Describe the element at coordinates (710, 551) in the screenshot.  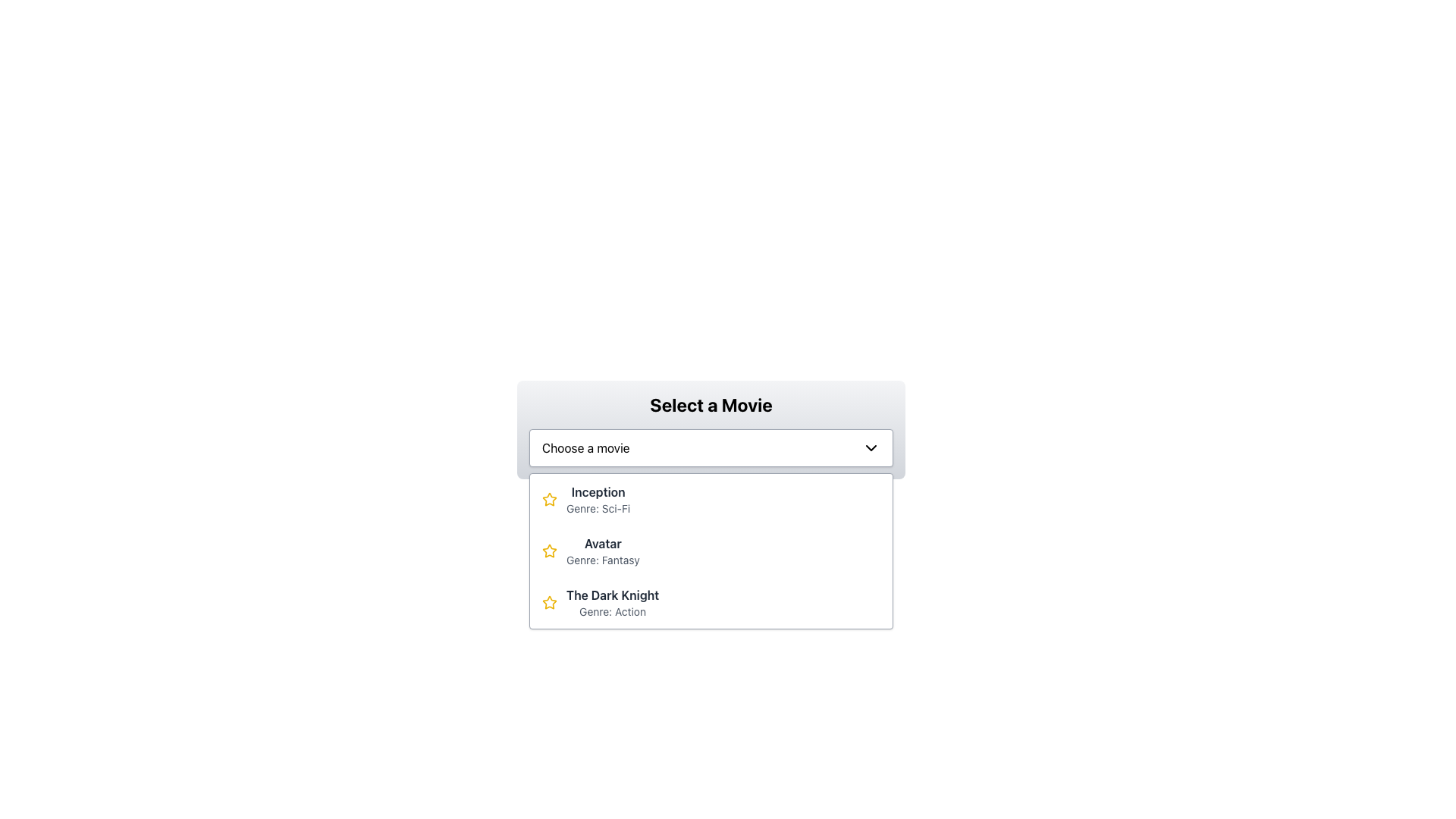
I see `the second item in the dropdown list representing the movie 'Avatar'` at that location.